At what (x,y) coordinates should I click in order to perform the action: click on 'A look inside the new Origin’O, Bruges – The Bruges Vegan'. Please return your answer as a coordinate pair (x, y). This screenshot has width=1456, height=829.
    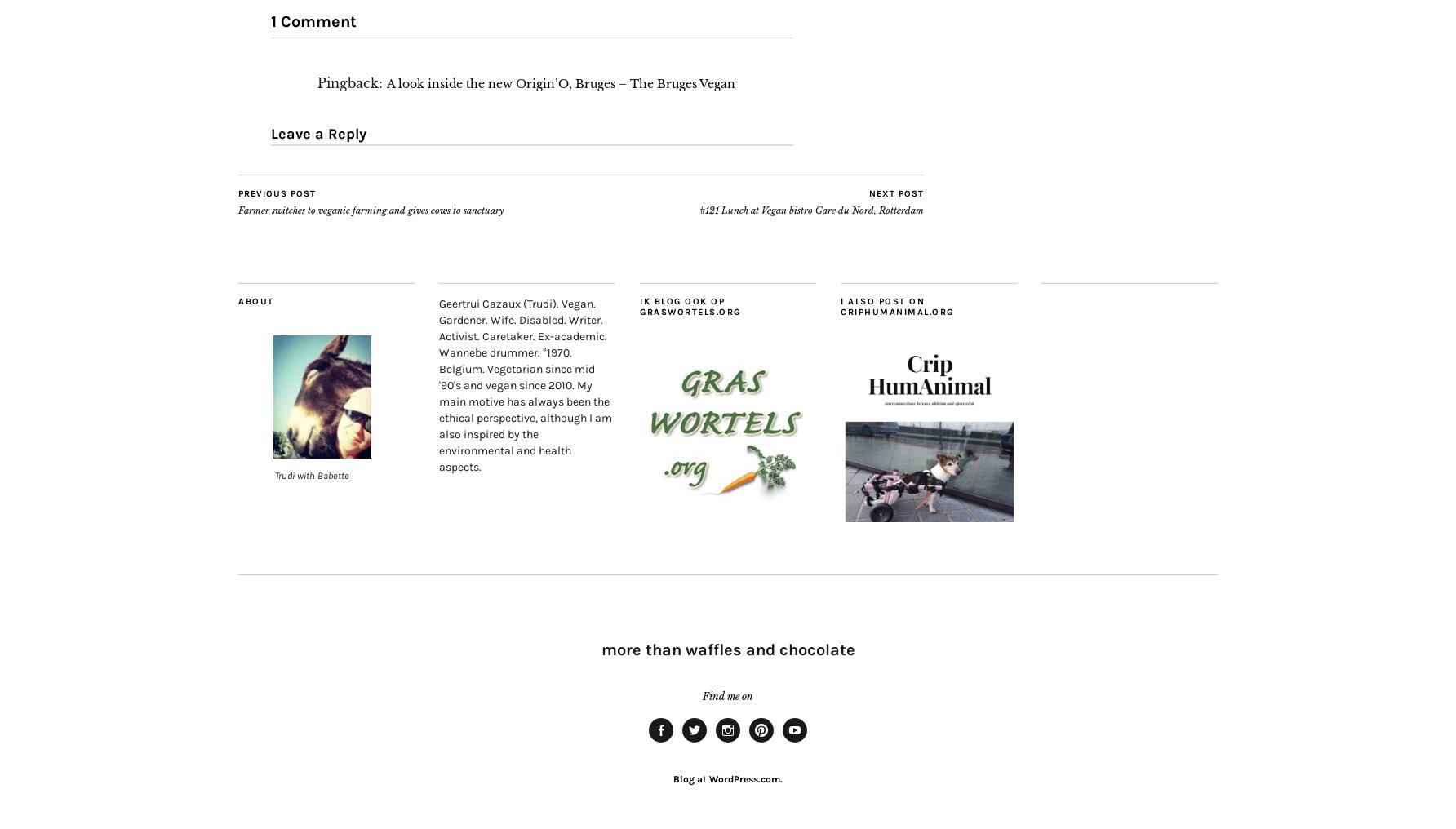
    Looking at the image, I should click on (561, 83).